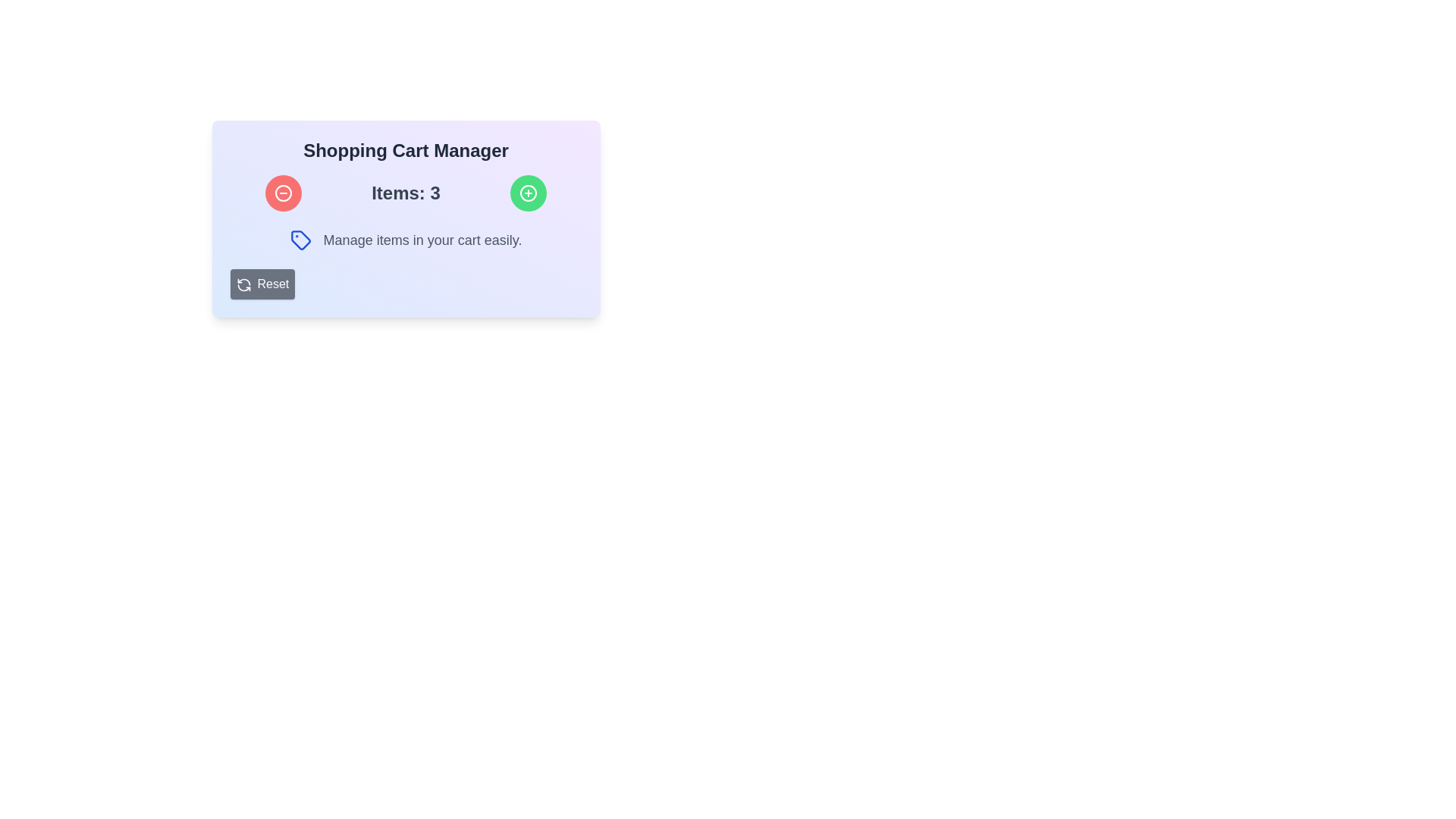 The width and height of the screenshot is (1456, 819). I want to click on the circular plus icon with a green outline and white fill located at the top right of the main card under 'Shopping Cart Manager', so click(529, 192).